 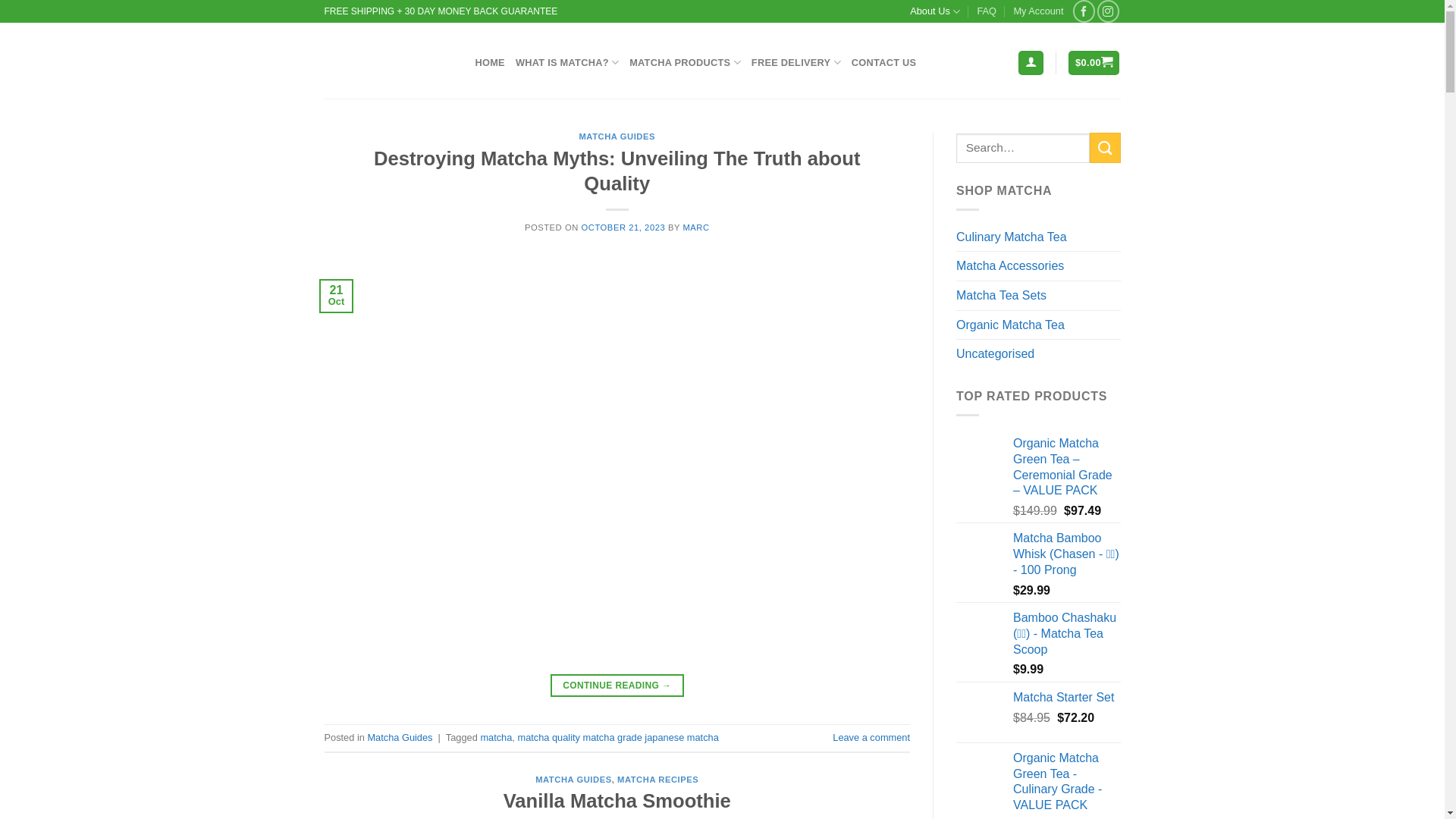 I want to click on 'Organic Matcha Tea', so click(x=1037, y=324).